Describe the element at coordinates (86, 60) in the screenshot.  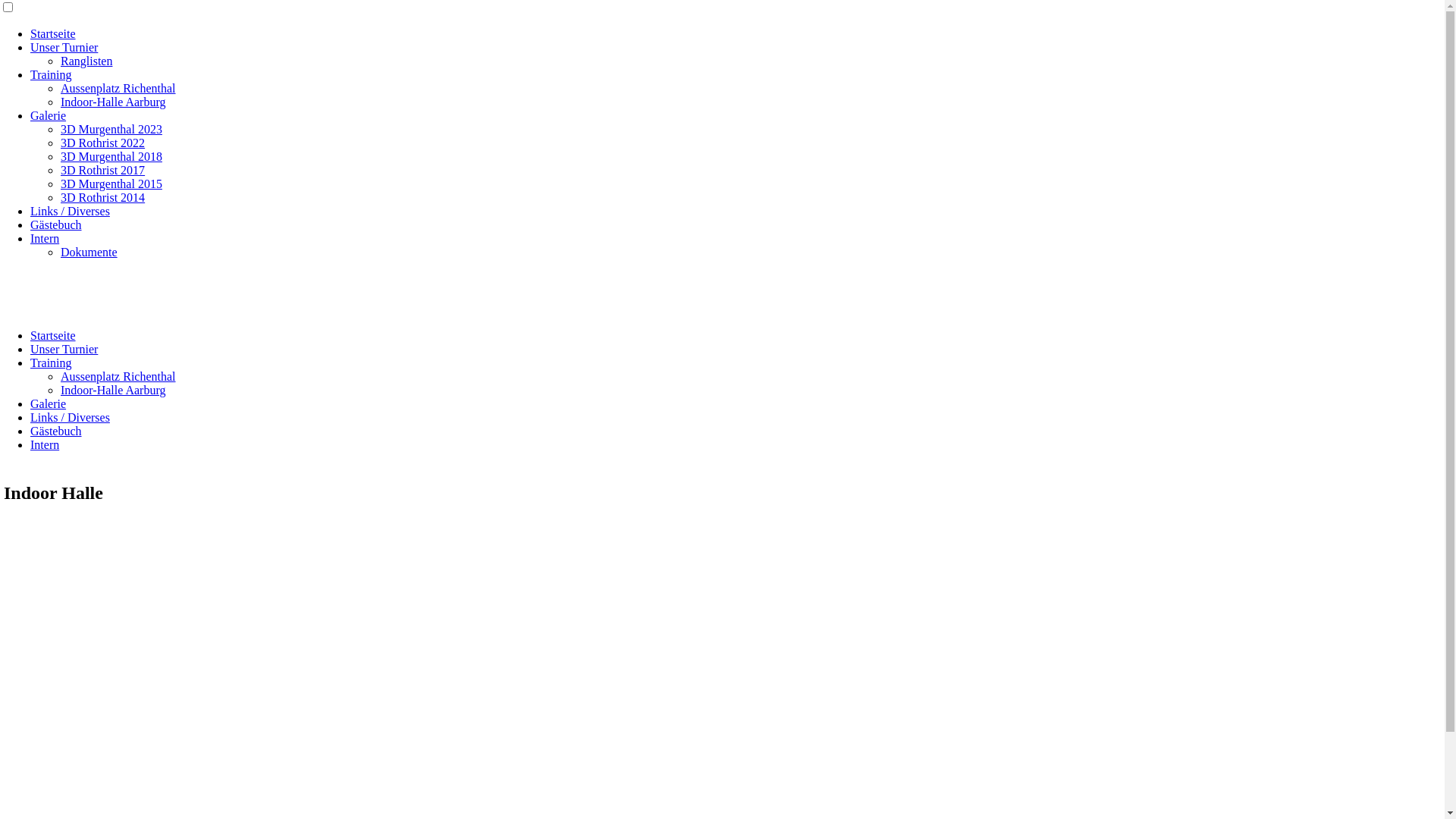
I see `'Ranglisten'` at that location.